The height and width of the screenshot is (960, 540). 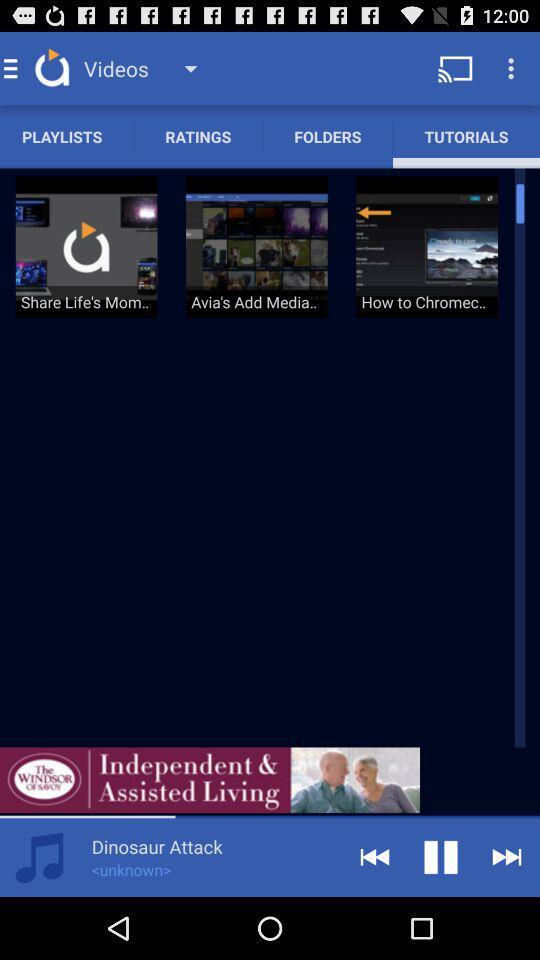 What do you see at coordinates (507, 917) in the screenshot?
I see `the skip_next icon` at bounding box center [507, 917].